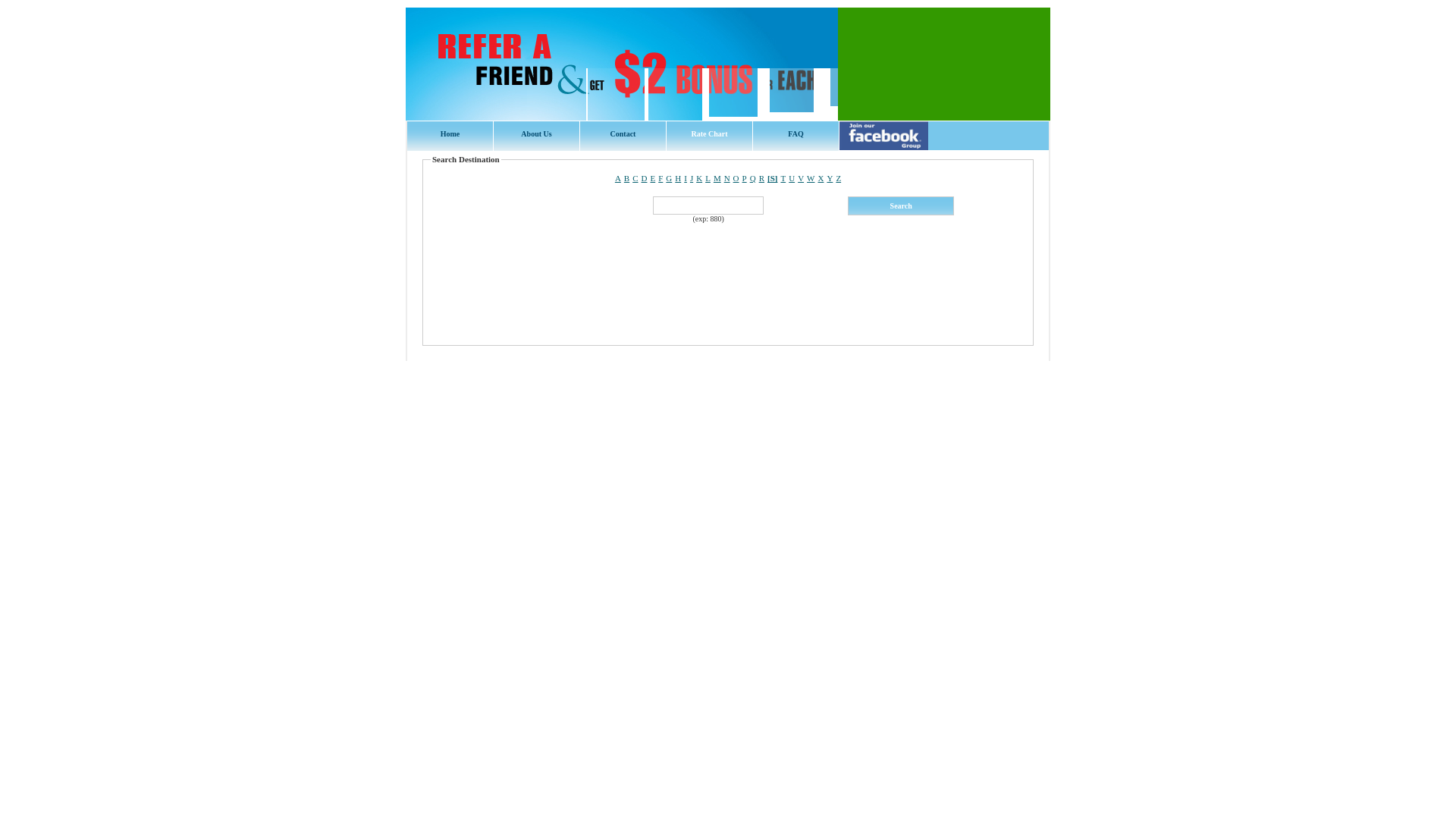 This screenshot has width=1456, height=819. I want to click on 'Y', so click(829, 177).